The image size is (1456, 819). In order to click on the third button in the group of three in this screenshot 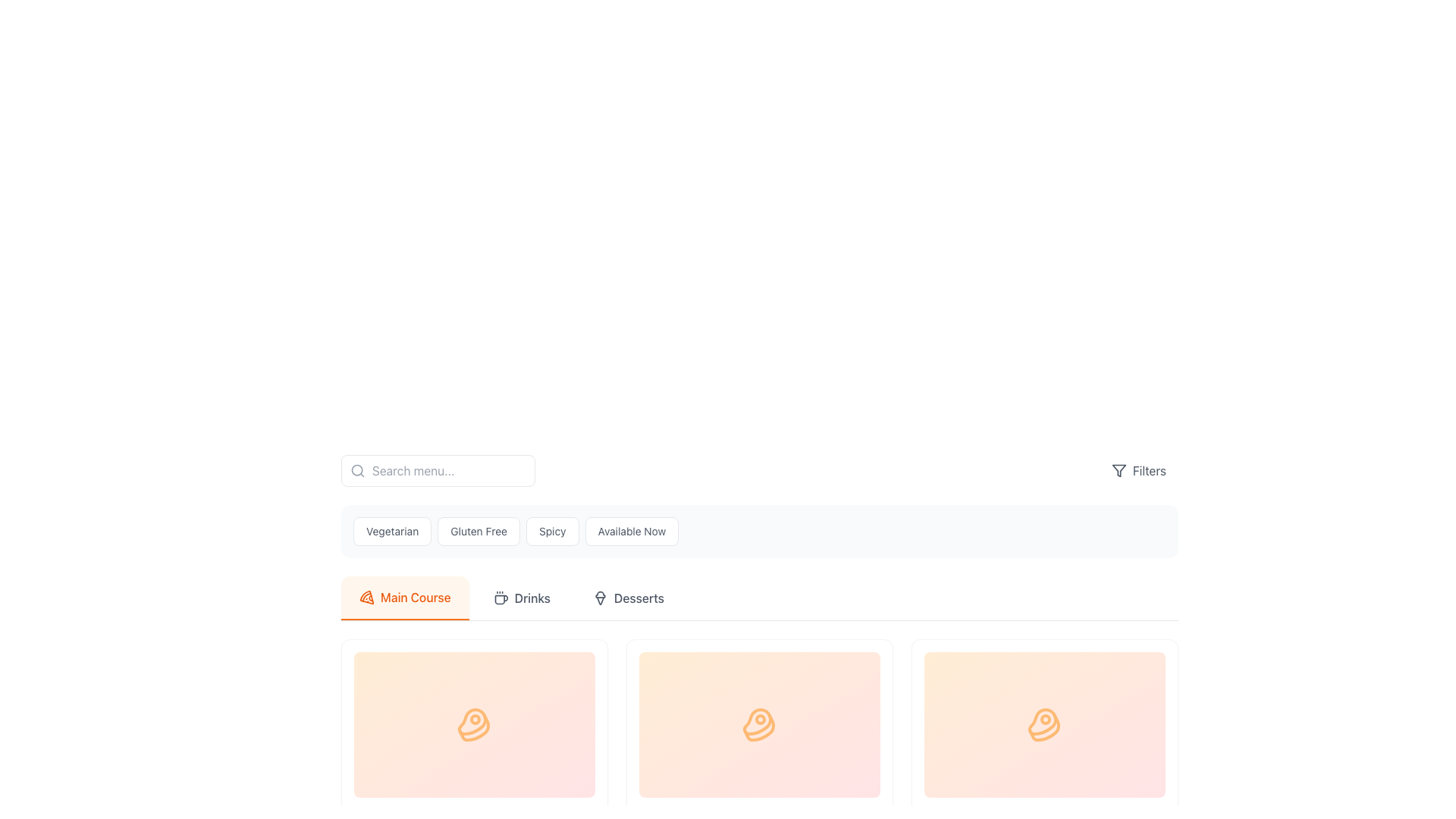, I will do `click(629, 598)`.